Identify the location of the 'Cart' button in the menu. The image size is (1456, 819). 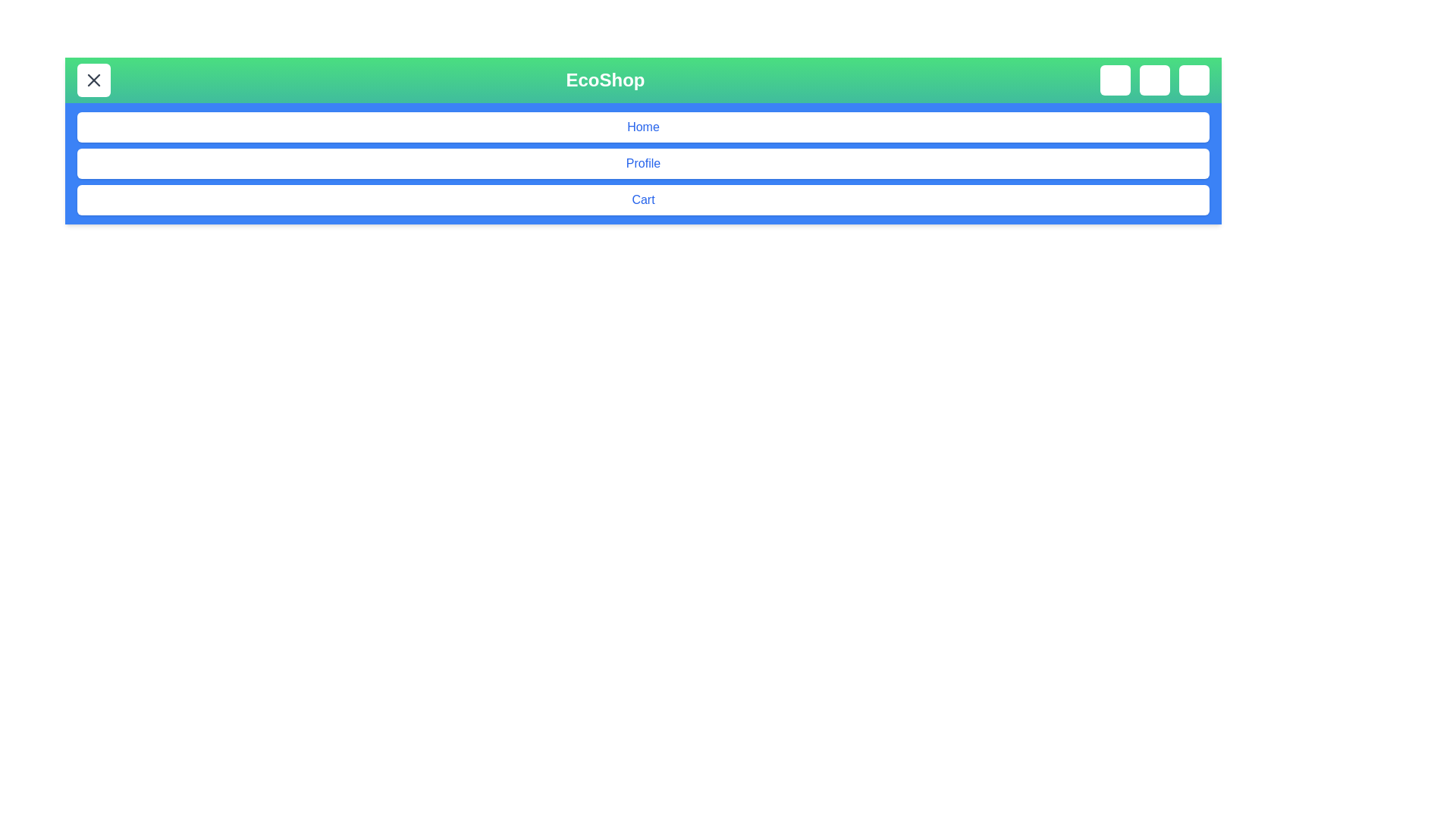
(643, 199).